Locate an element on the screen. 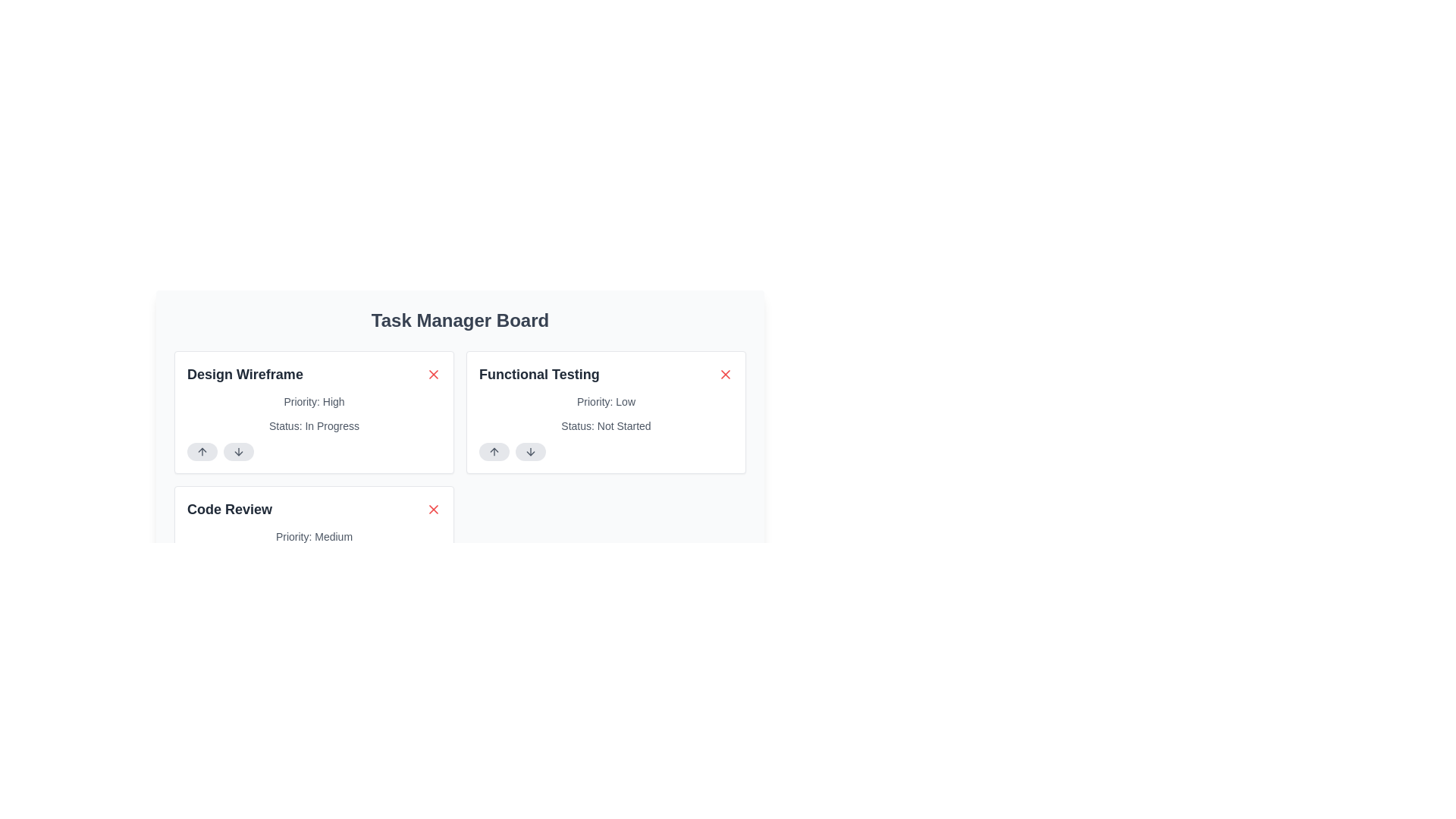 The height and width of the screenshot is (819, 1456). the close button (interactive SVG icon) located at the top-right corner of the 'Design Wireframe' card is located at coordinates (432, 374).